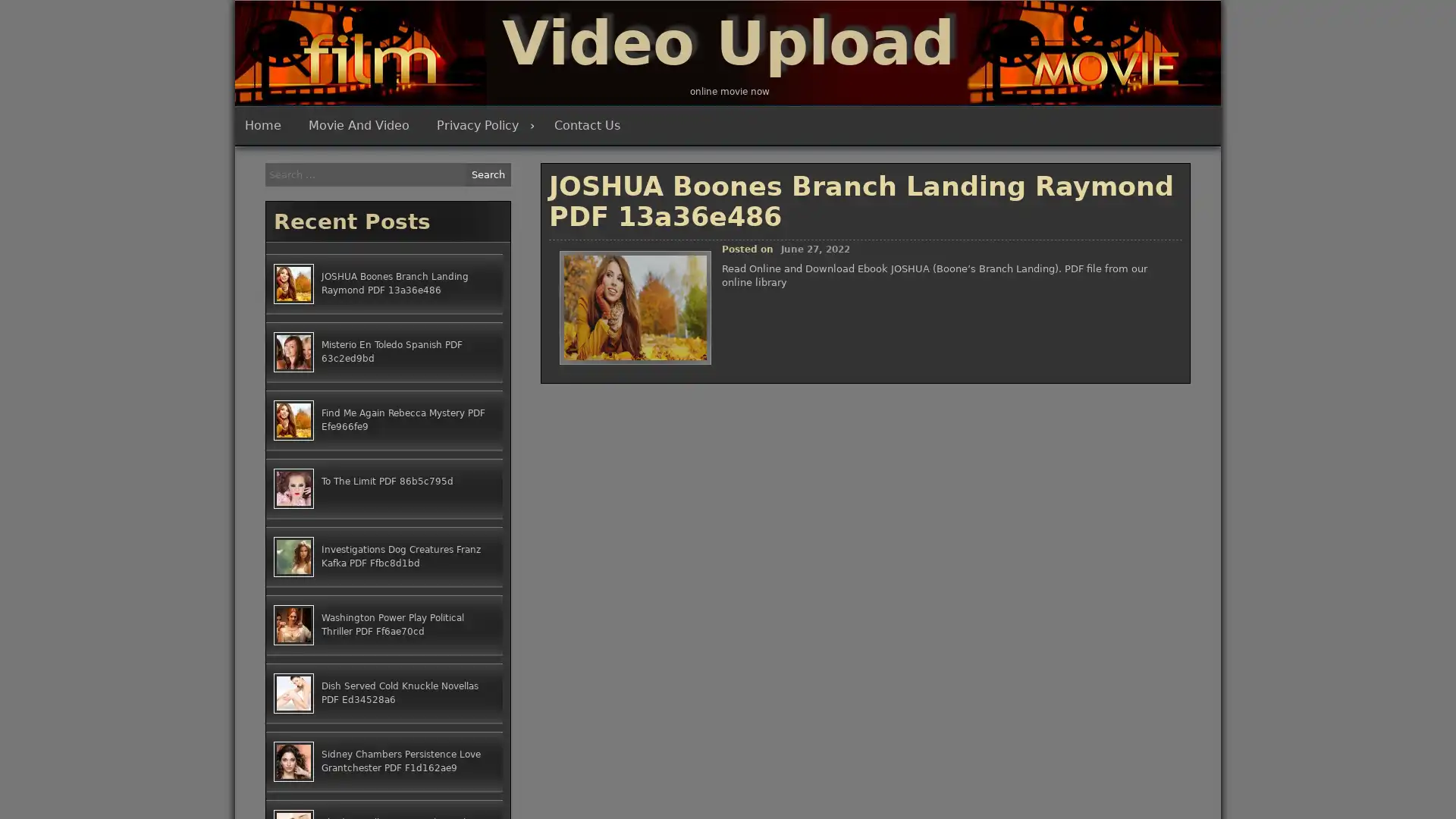 The height and width of the screenshot is (819, 1456). I want to click on Search, so click(488, 174).